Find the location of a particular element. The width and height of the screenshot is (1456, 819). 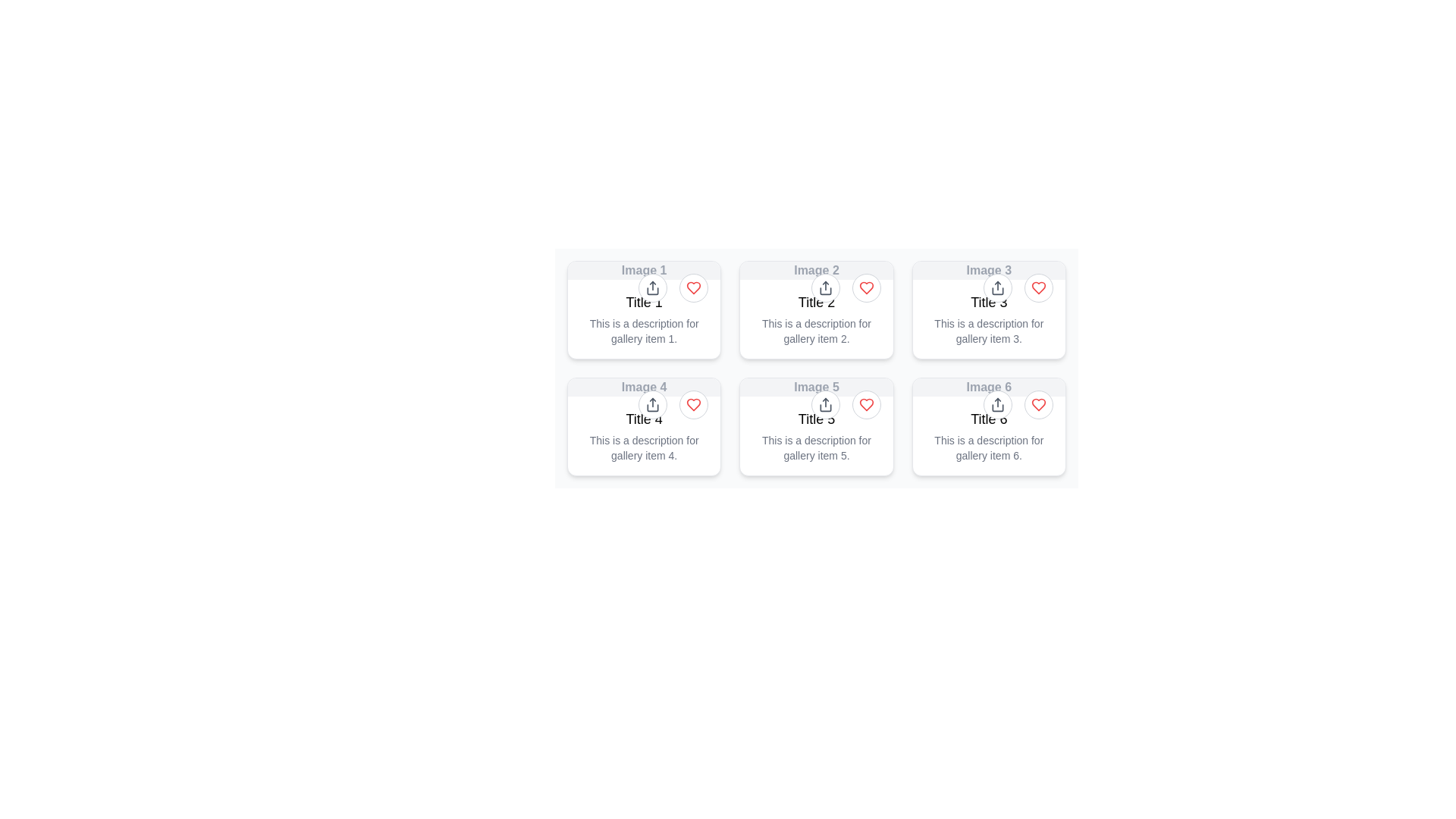

the red heart-shaped icon indicating a 'like' action located in the gallery card for 'Image 5 Title 5' is located at coordinates (866, 403).